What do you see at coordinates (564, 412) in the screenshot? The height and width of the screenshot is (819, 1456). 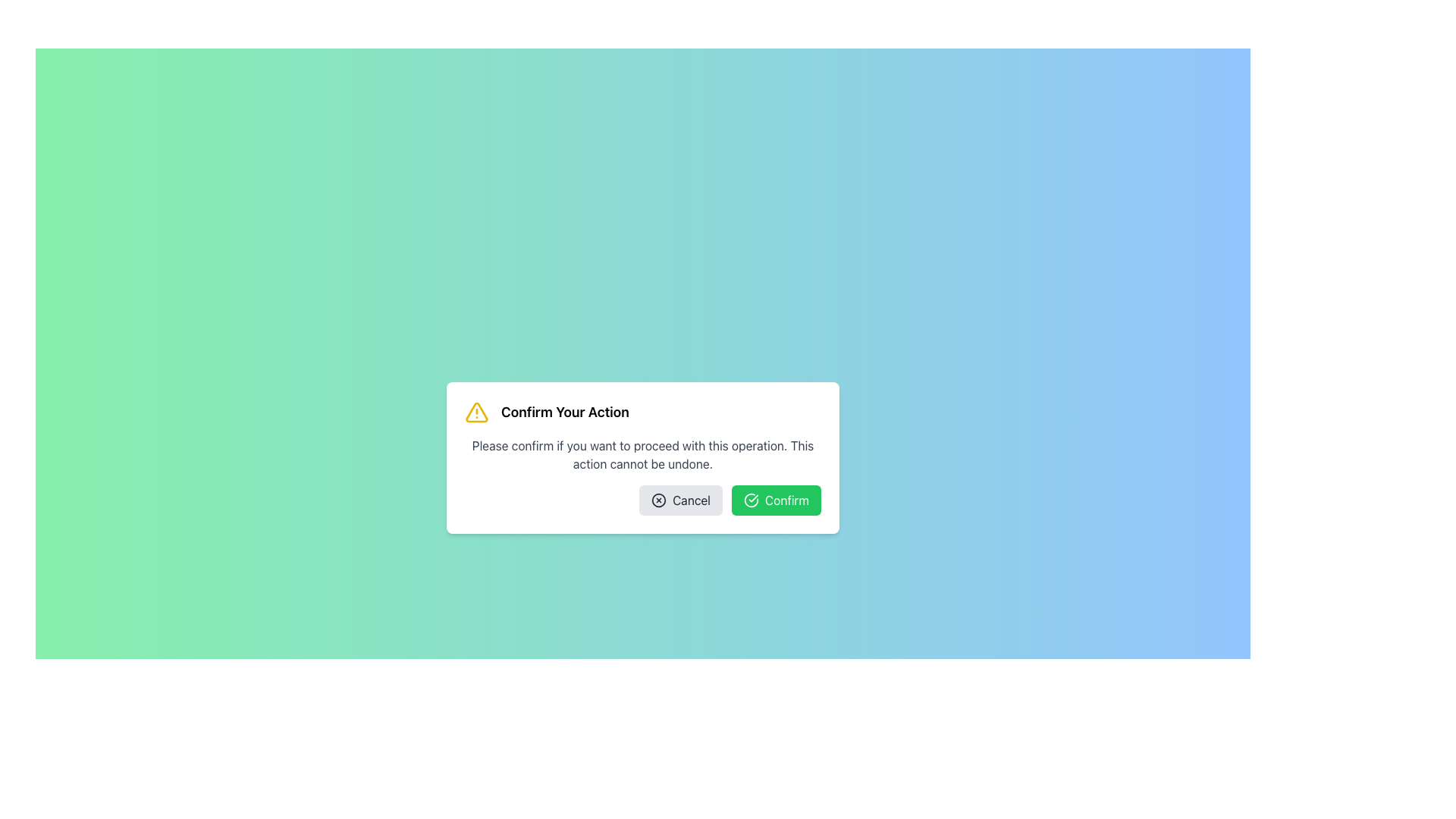 I see `the static text label that says 'Confirm Your Action', which is styled in bold and is part of a warning message, located to the right of a yellow triangular alert icon` at bounding box center [564, 412].